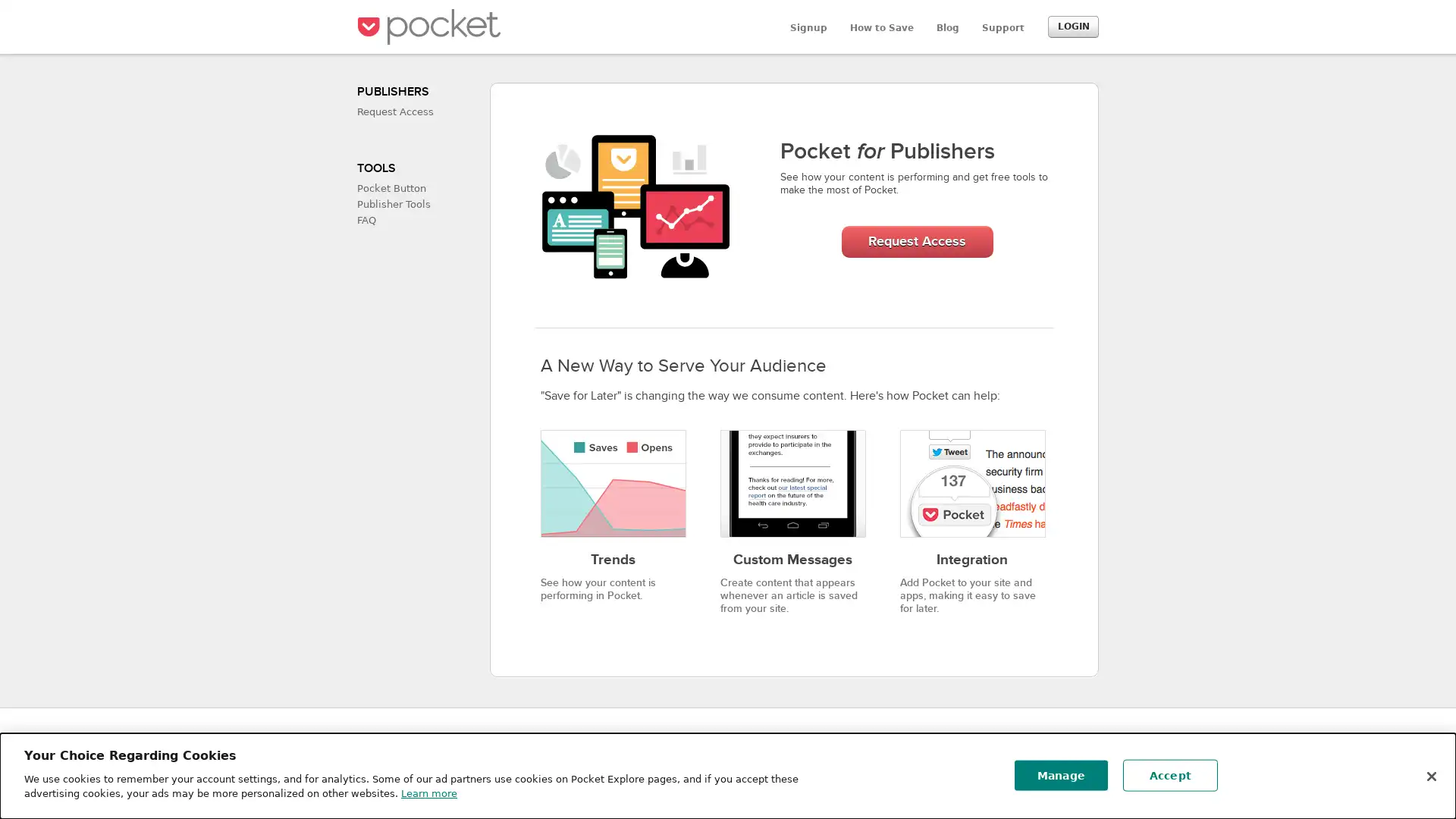  Describe the element at coordinates (1169, 775) in the screenshot. I see `Accept` at that location.